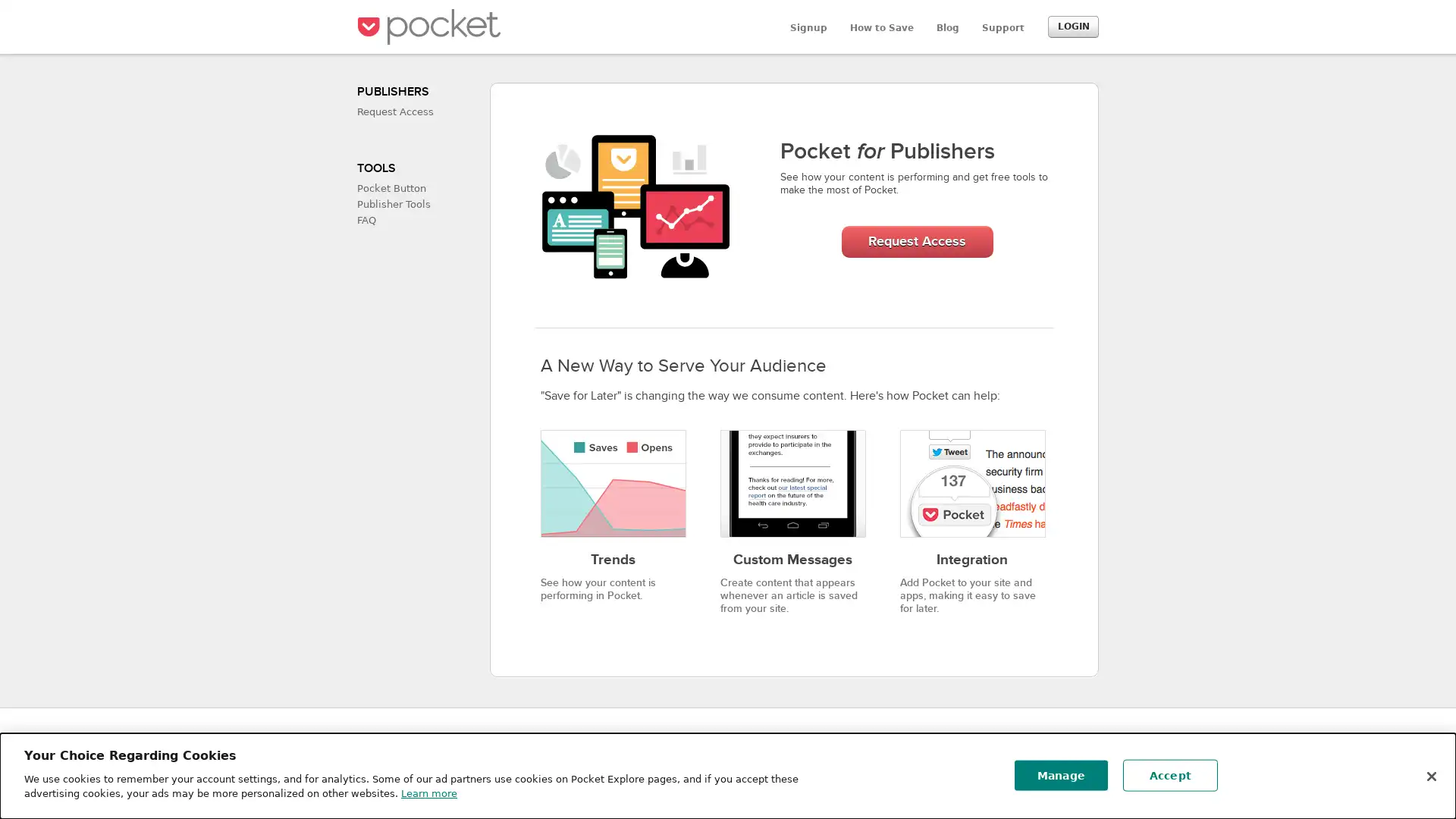  Describe the element at coordinates (1169, 775) in the screenshot. I see `Accept` at that location.